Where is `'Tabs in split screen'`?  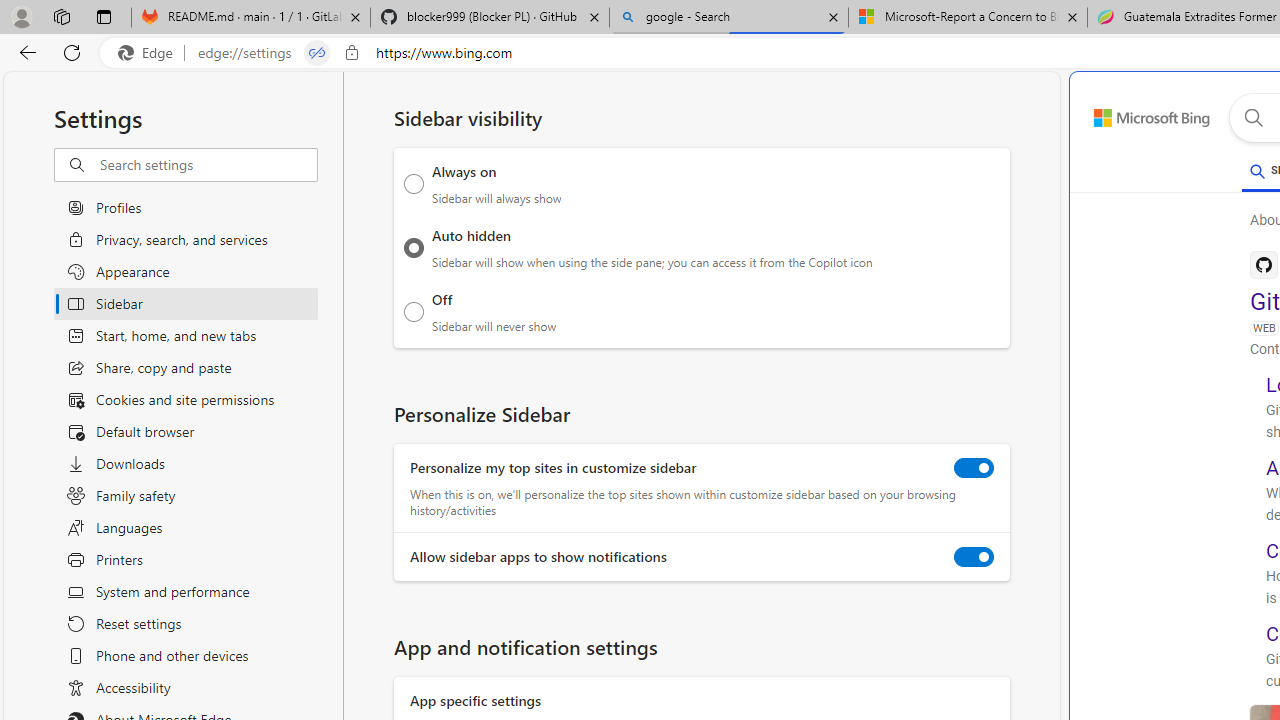
'Tabs in split screen' is located at coordinates (316, 52).